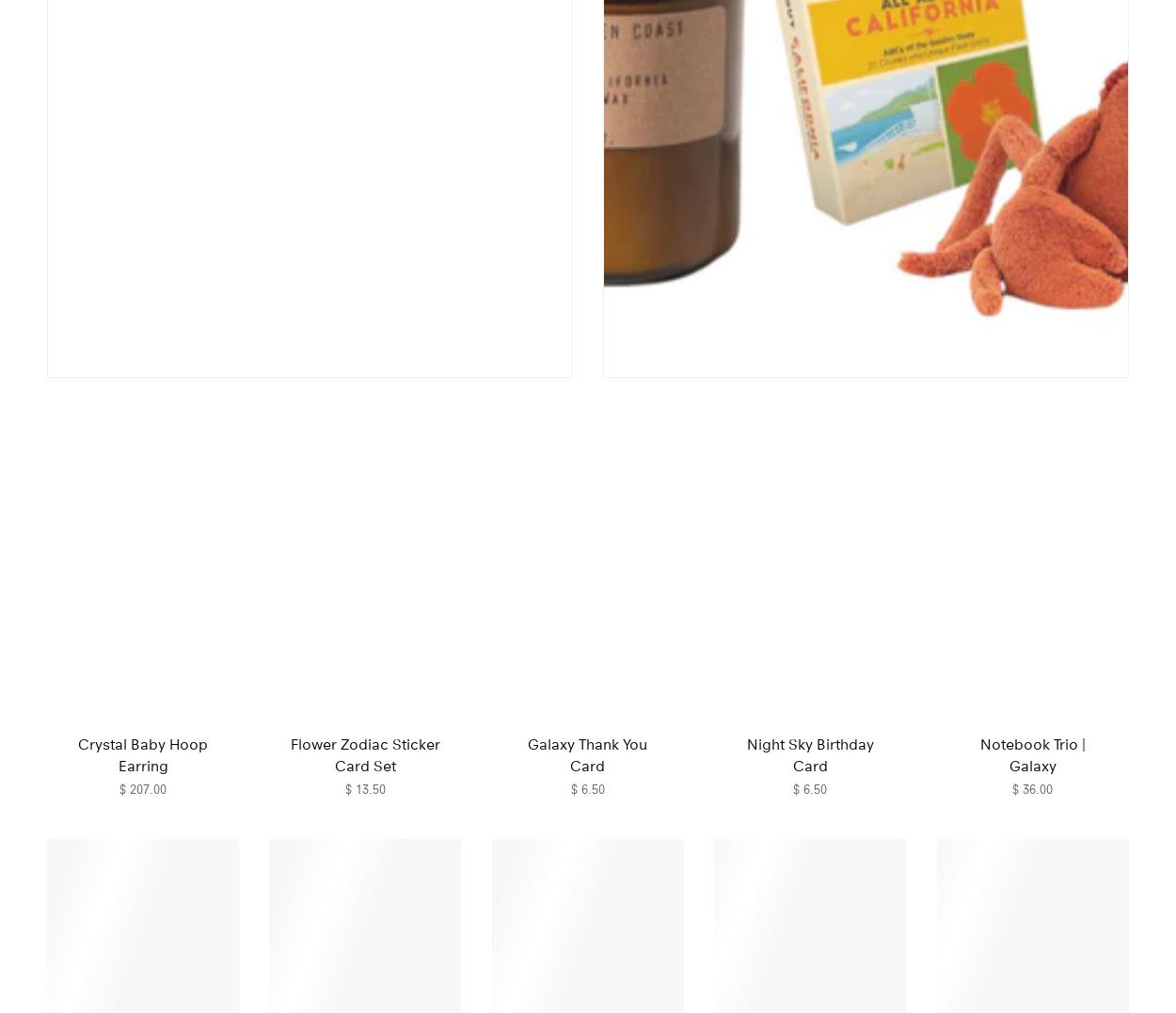 This screenshot has width=1176, height=1013. Describe the element at coordinates (588, 436) in the screenshot. I see `'Gifts for the Stargazer'` at that location.